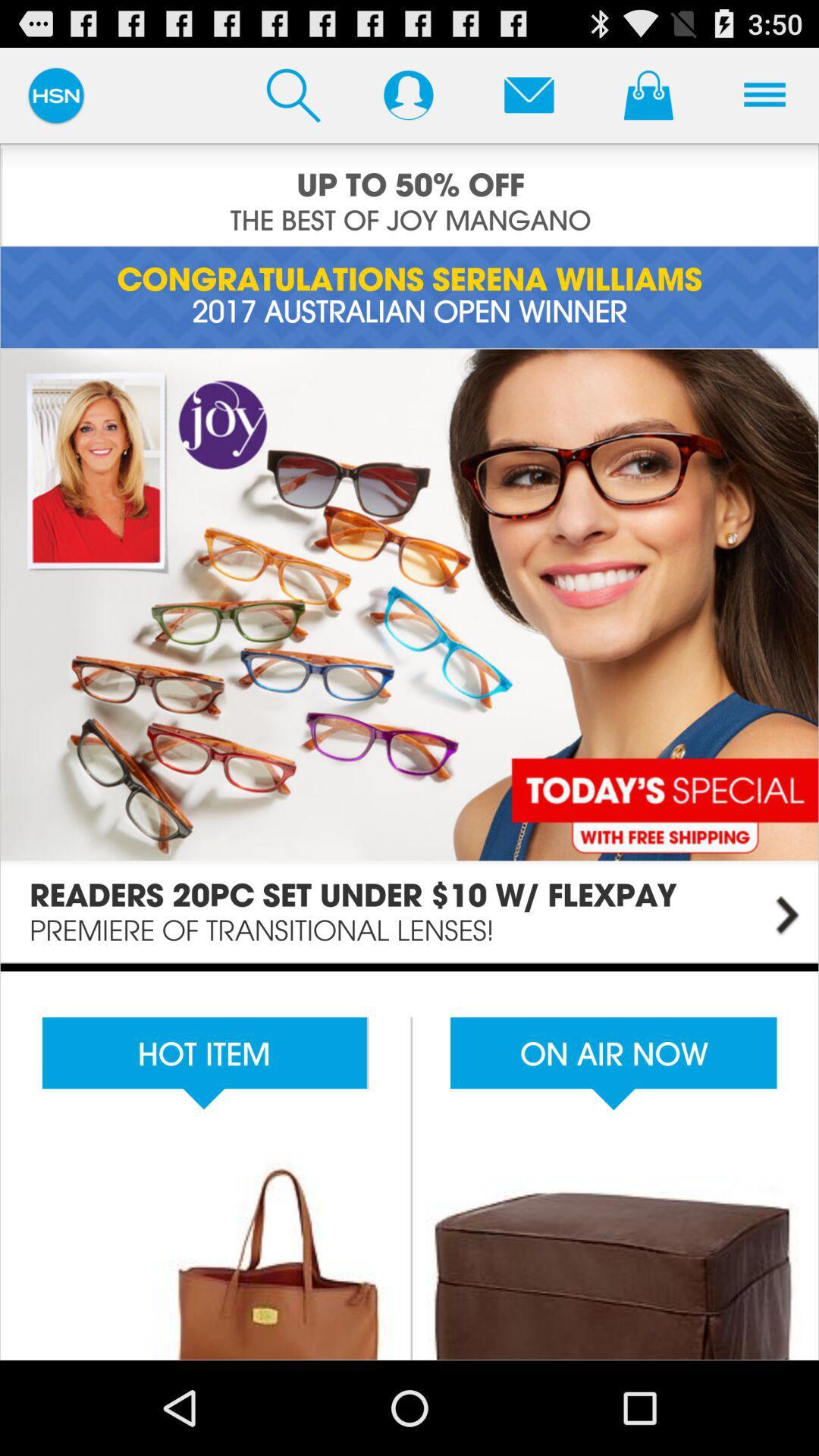 The height and width of the screenshot is (1456, 819). I want to click on view the item, so click(409, 1160).